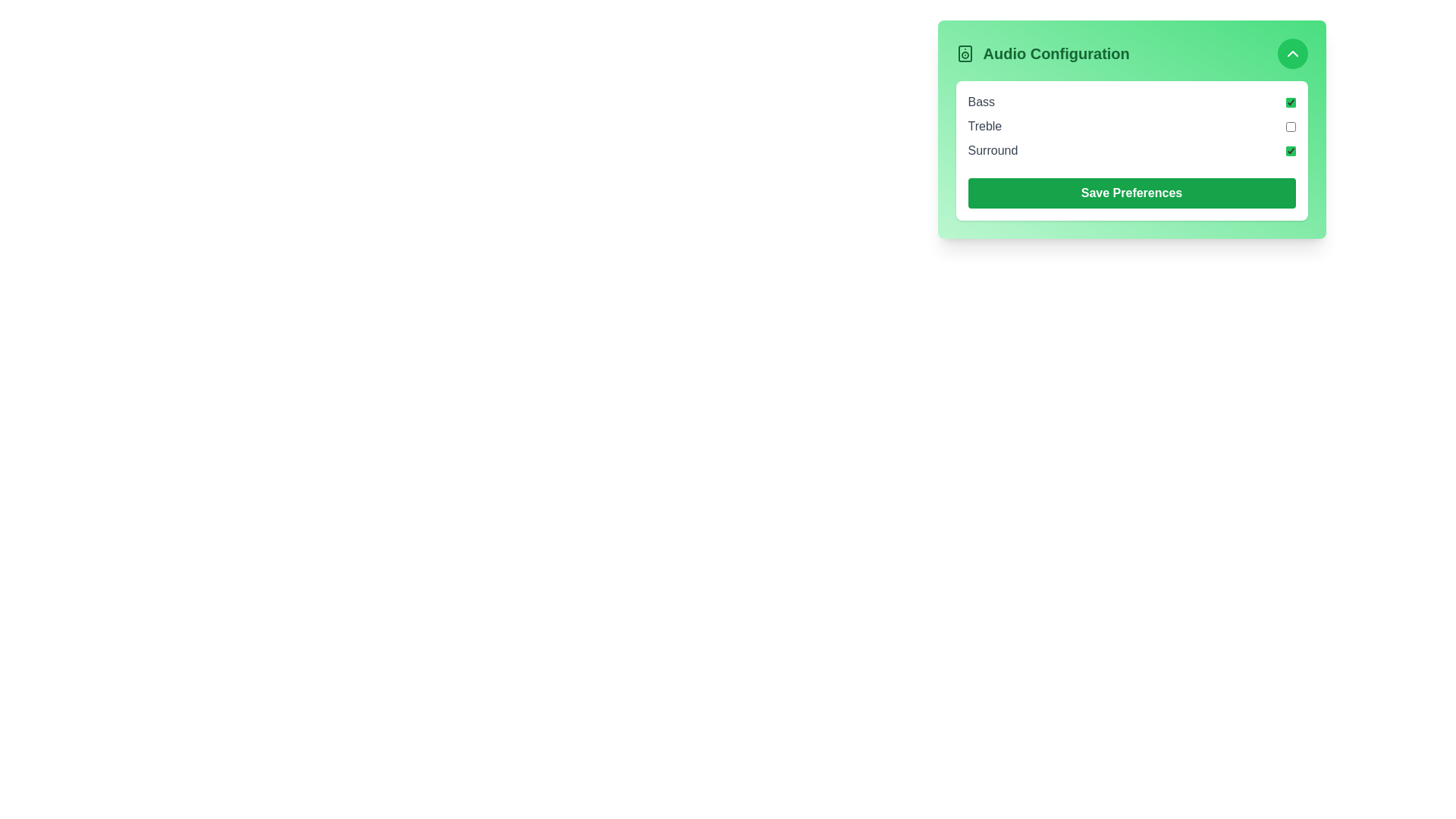 This screenshot has width=1456, height=819. Describe the element at coordinates (964, 52) in the screenshot. I see `the rectangular graphical element of the speaker icon located to the left of the 'Audio Configuration' heading in the audio configuration panel` at that location.